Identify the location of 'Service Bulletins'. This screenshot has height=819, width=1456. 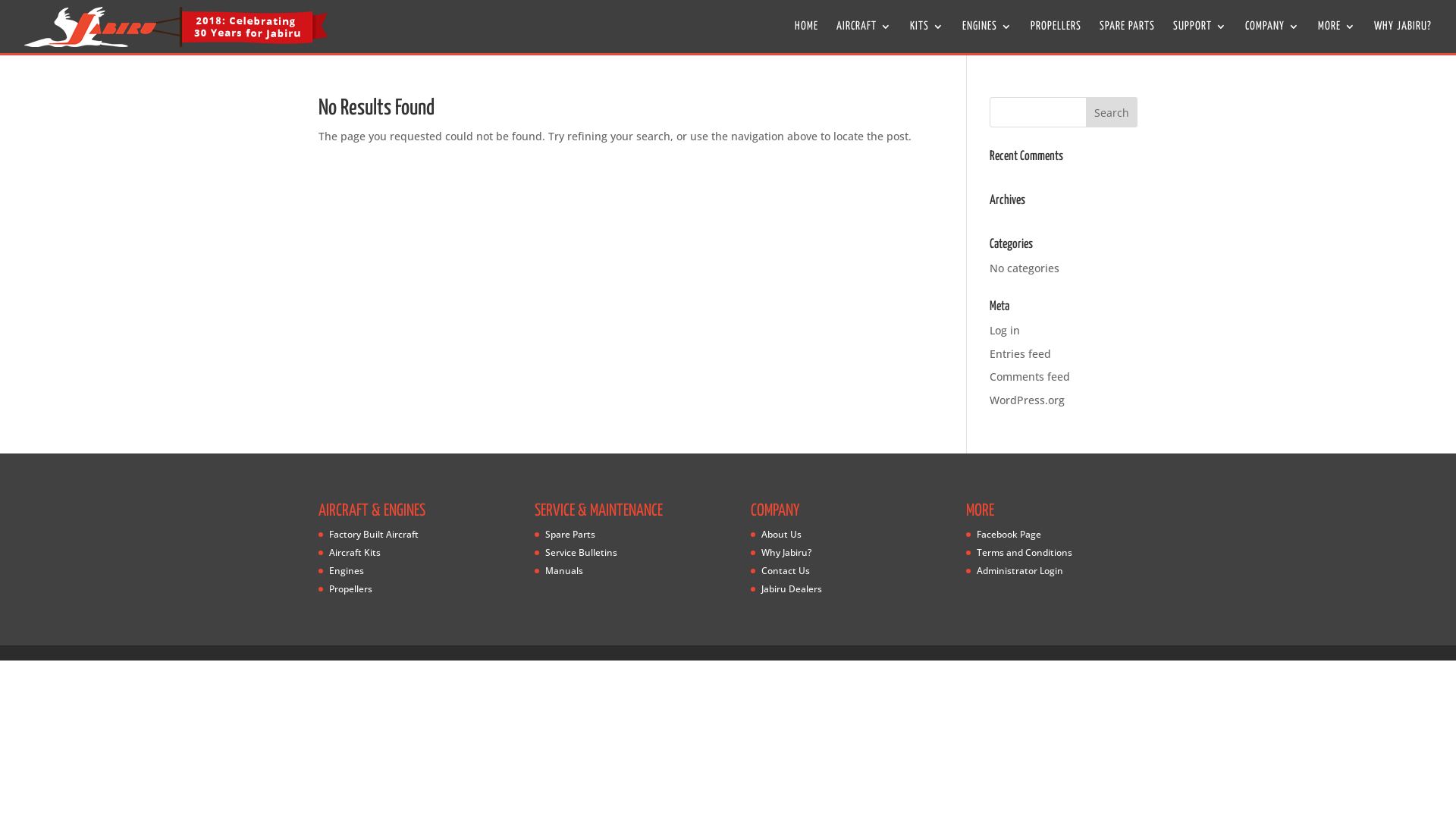
(580, 552).